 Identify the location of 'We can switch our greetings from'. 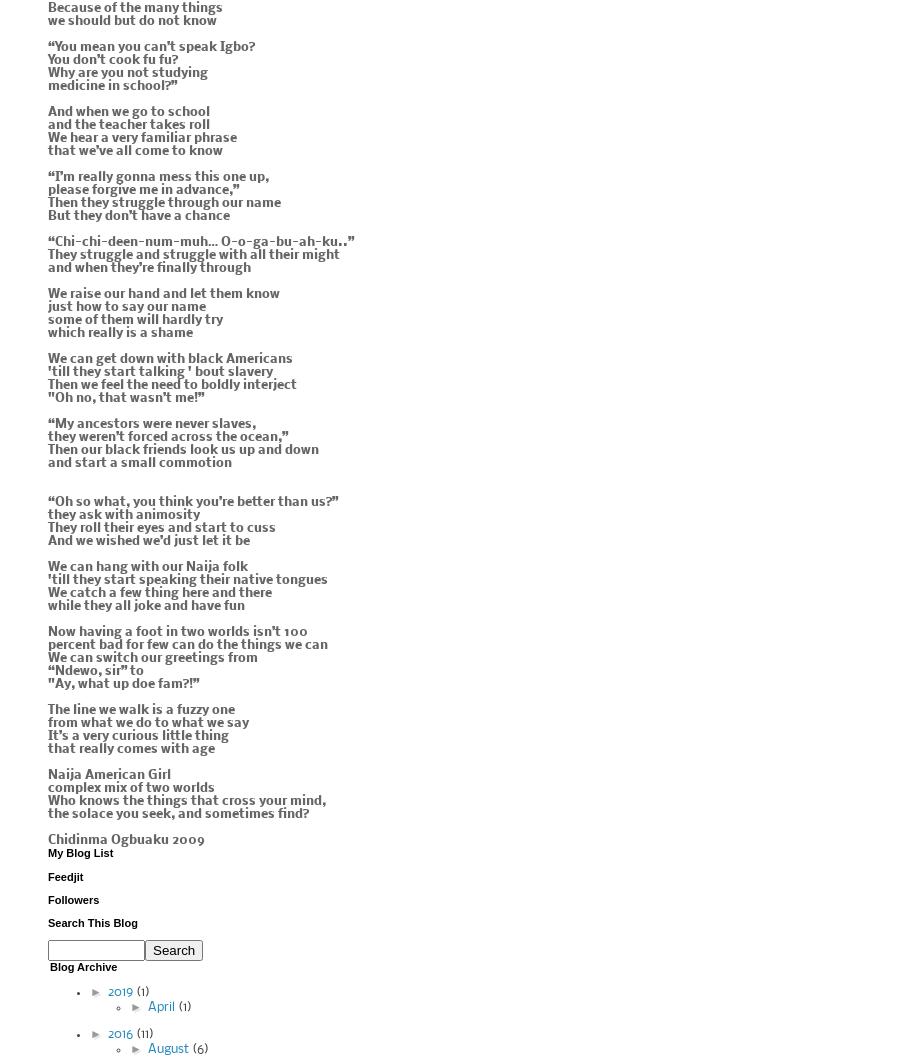
(151, 657).